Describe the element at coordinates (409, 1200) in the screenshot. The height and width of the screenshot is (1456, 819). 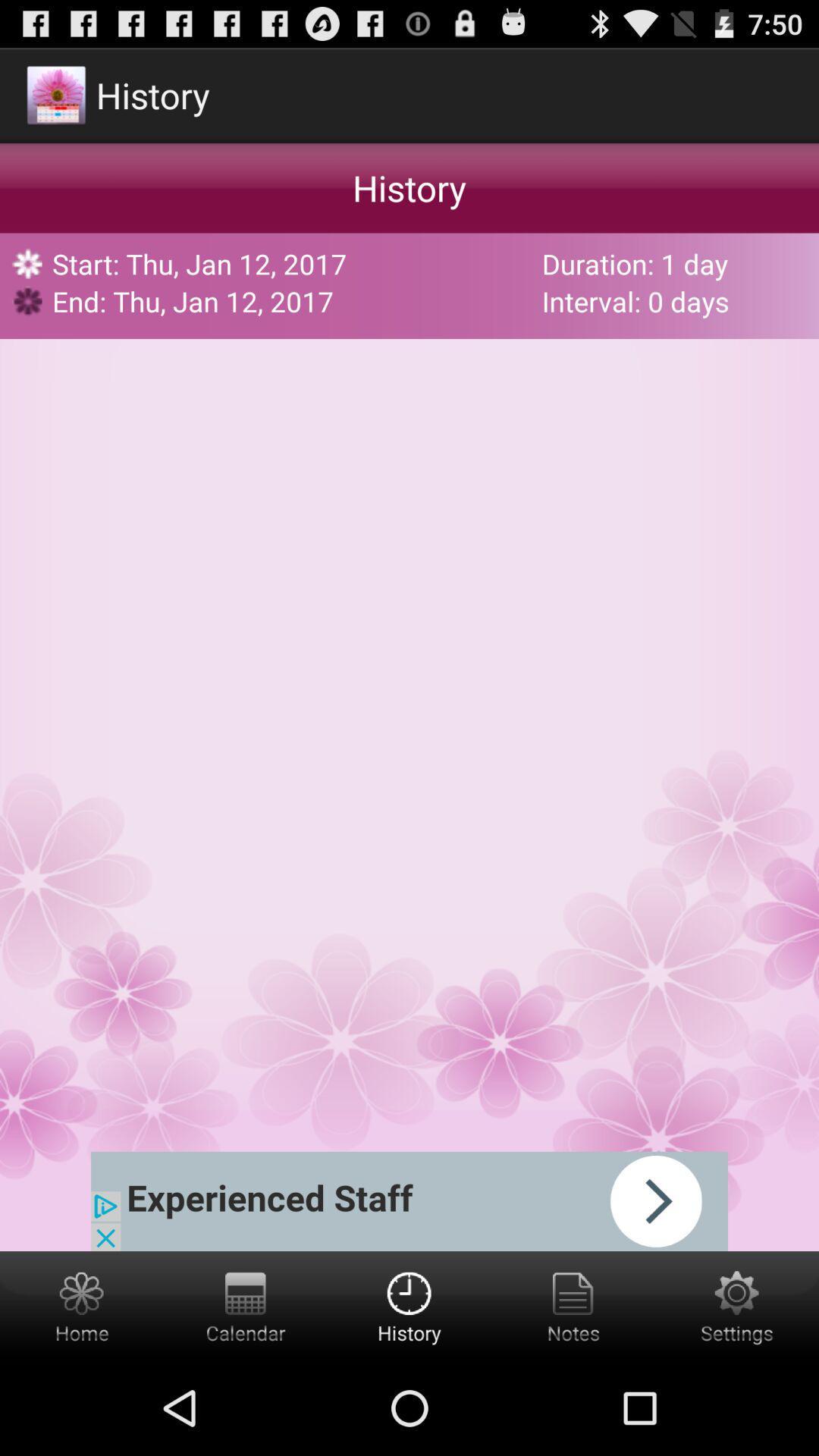
I see `advertisement` at that location.